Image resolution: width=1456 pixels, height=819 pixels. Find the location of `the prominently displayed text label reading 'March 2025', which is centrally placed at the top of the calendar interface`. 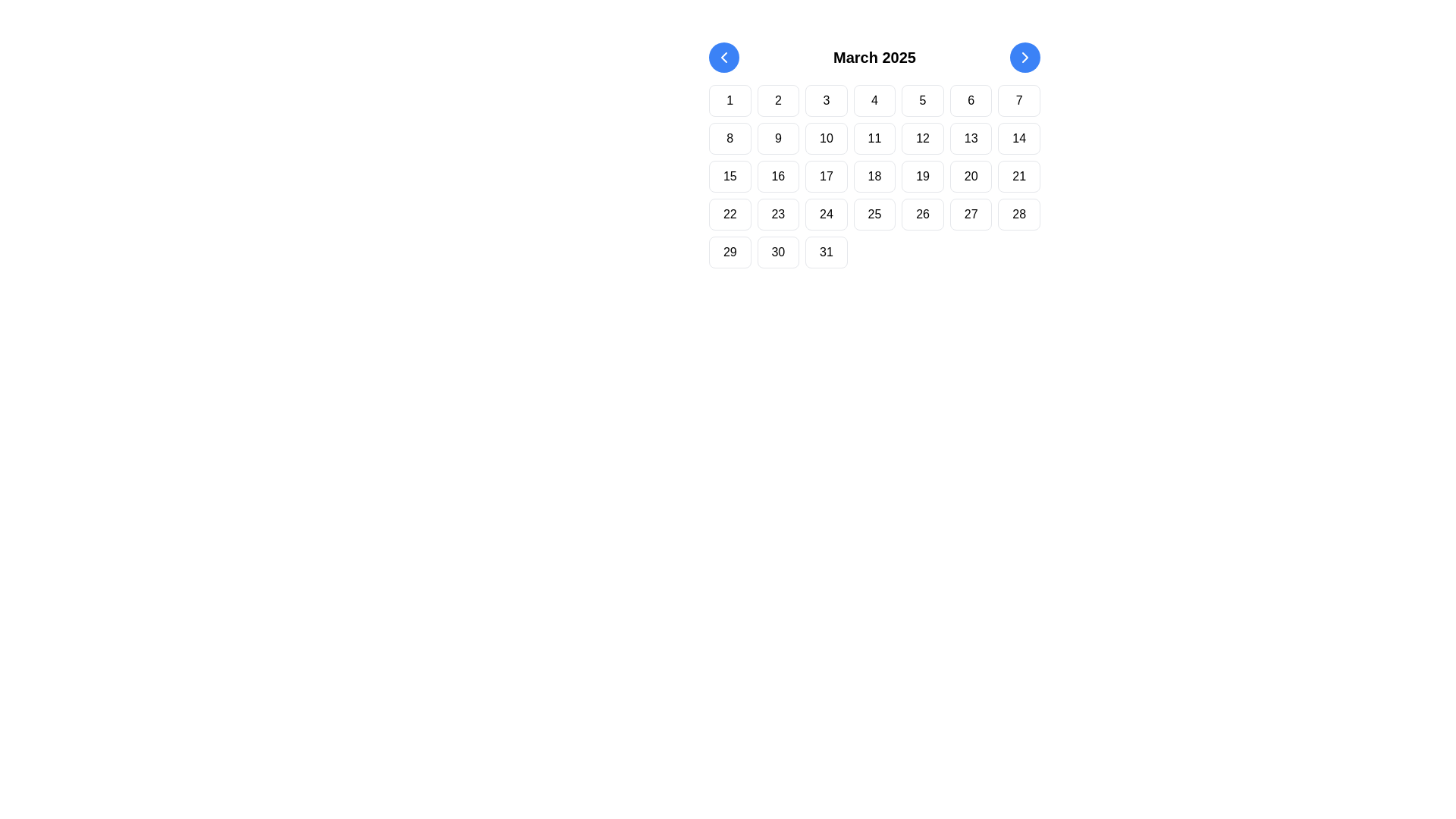

the prominently displayed text label reading 'March 2025', which is centrally placed at the top of the calendar interface is located at coordinates (874, 57).